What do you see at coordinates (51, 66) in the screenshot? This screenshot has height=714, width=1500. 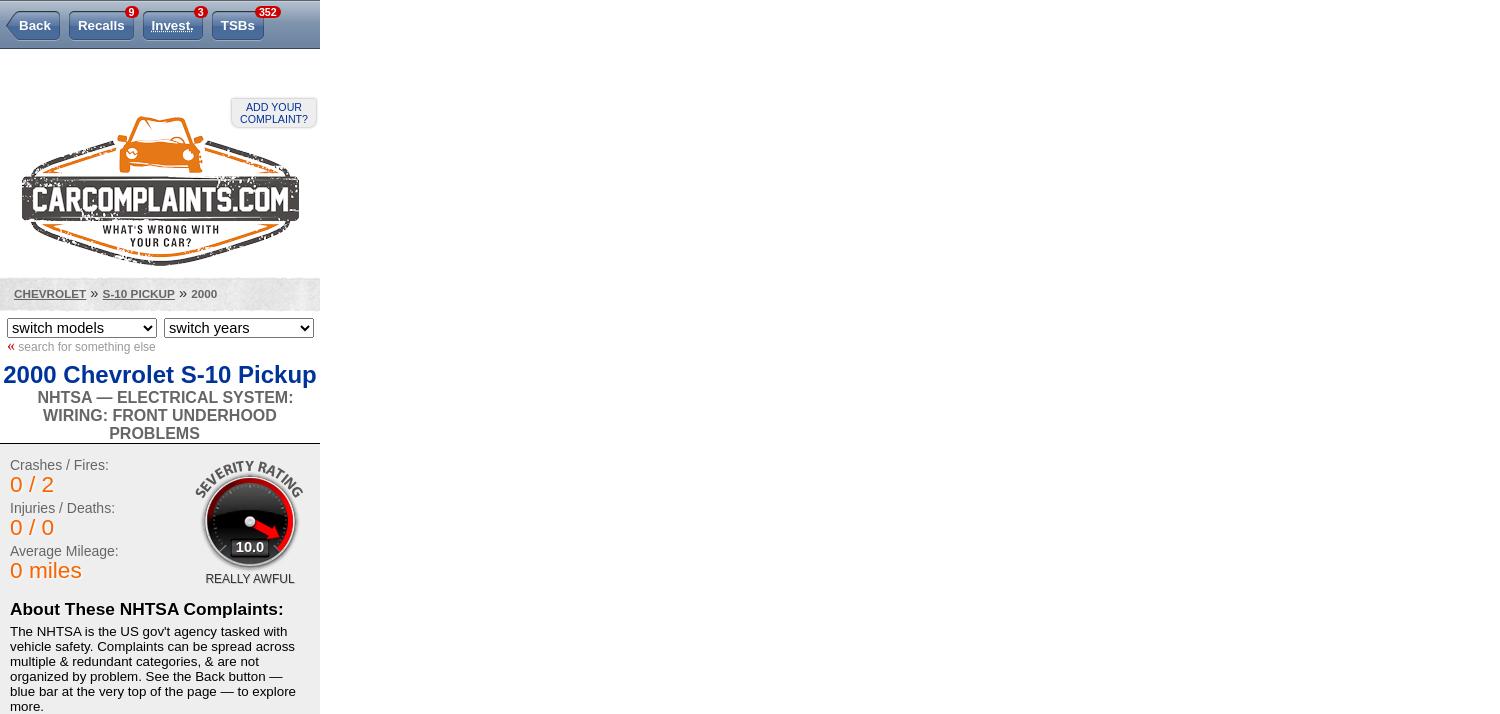 I see `'Lemon Law'` at bounding box center [51, 66].